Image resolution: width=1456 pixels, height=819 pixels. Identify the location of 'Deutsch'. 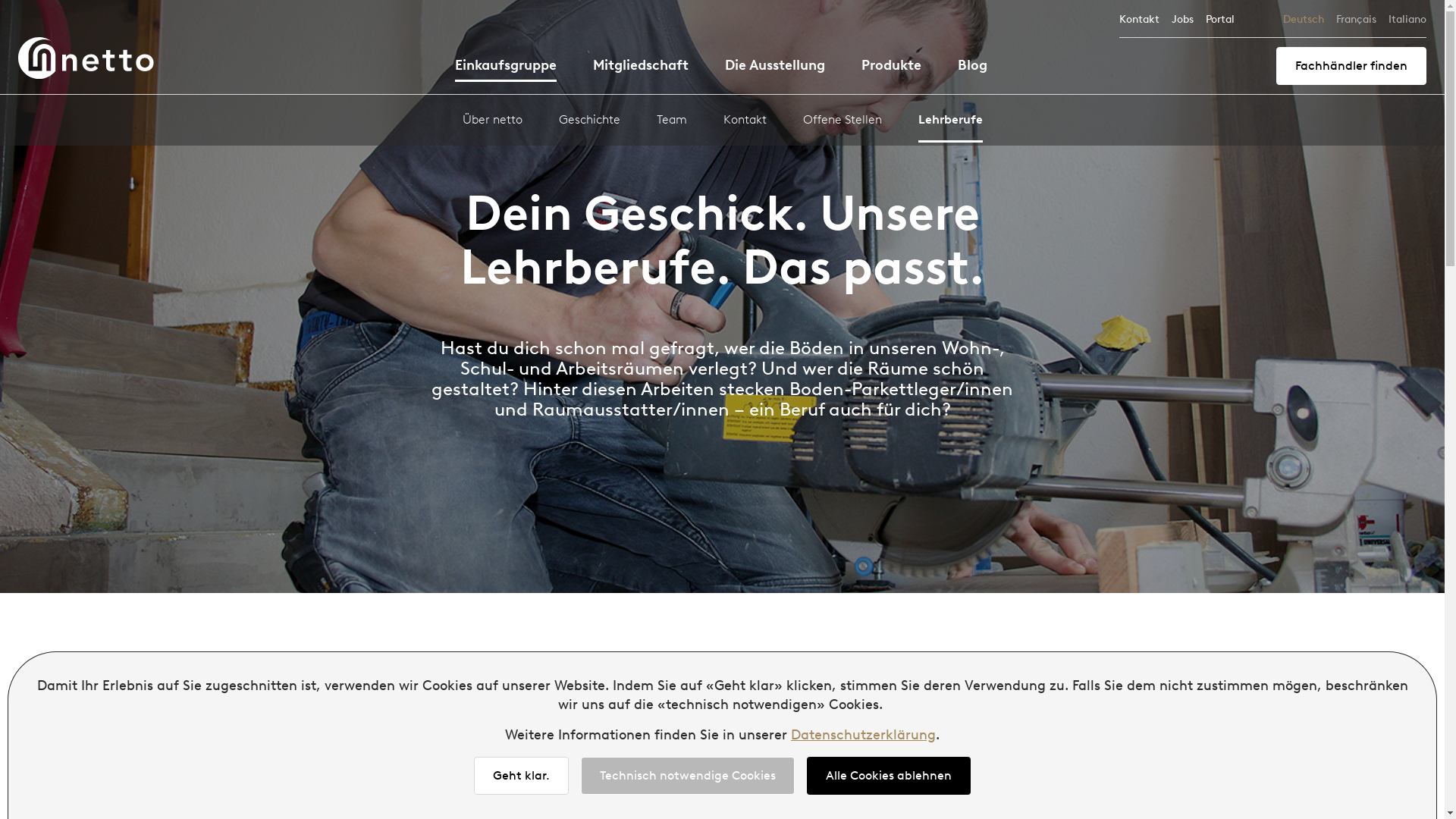
(1282, 19).